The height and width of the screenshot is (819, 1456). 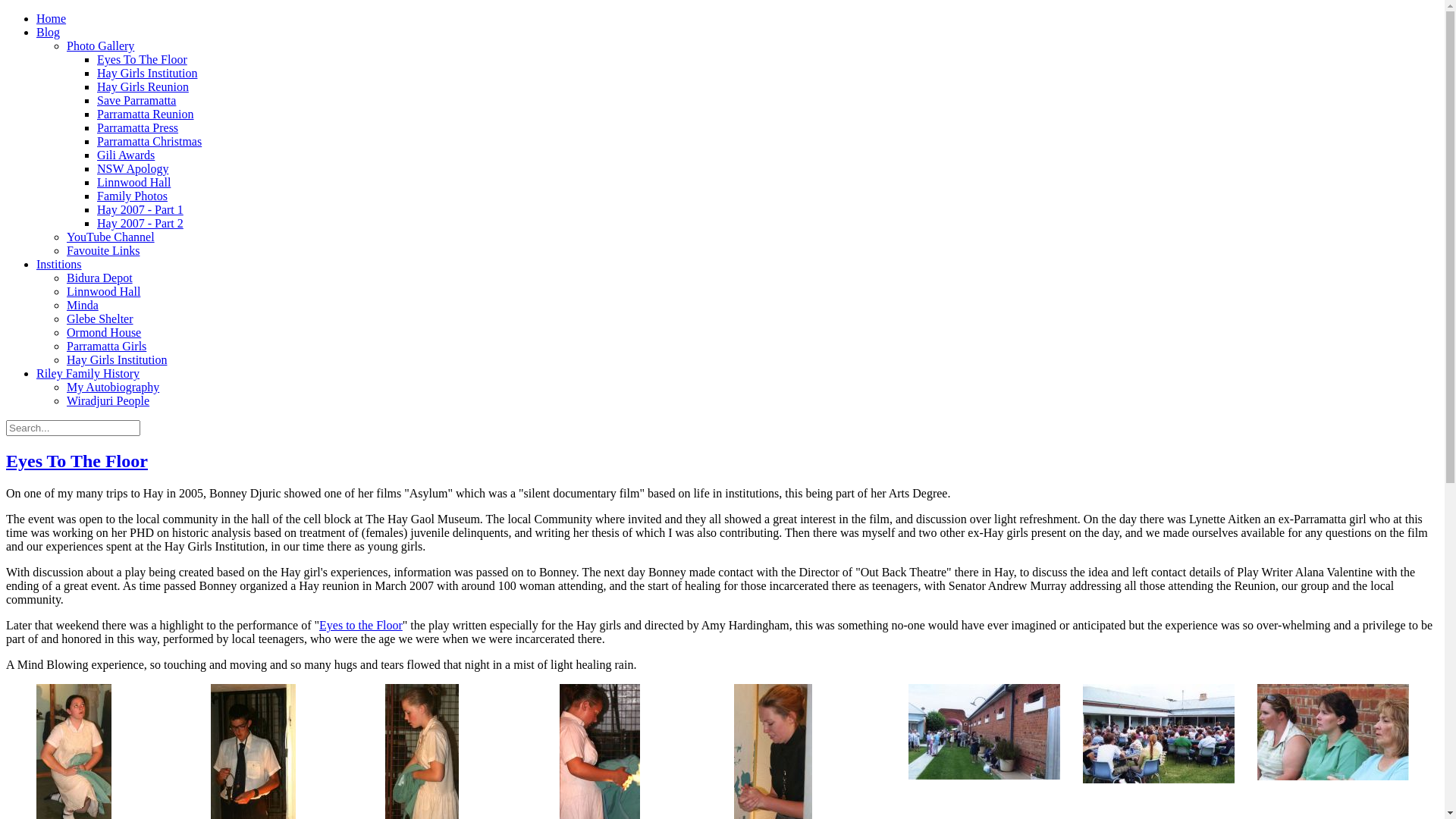 What do you see at coordinates (132, 168) in the screenshot?
I see `'NSW Apology'` at bounding box center [132, 168].